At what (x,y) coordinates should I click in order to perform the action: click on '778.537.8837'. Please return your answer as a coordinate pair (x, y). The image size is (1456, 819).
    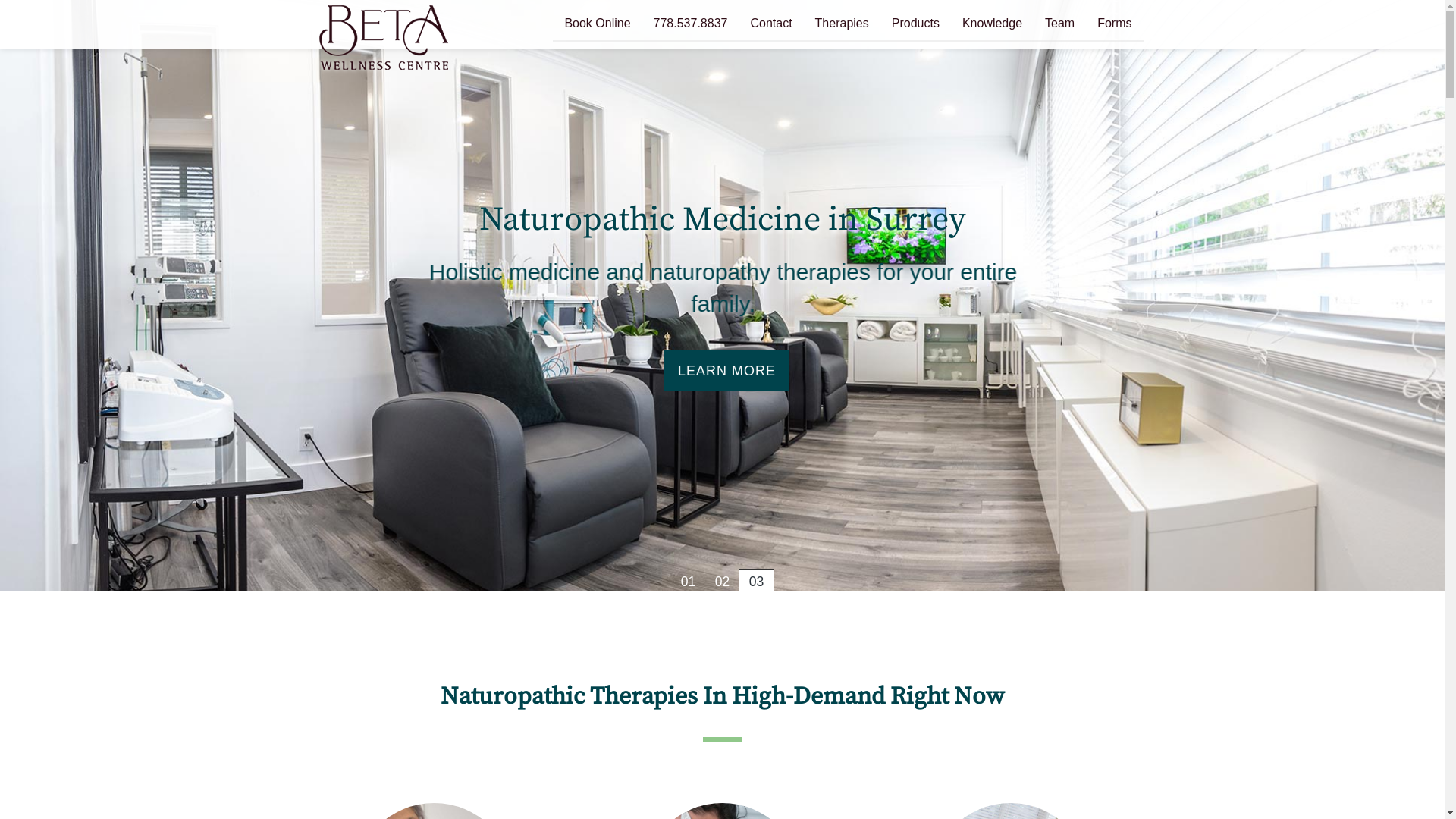
    Looking at the image, I should click on (690, 25).